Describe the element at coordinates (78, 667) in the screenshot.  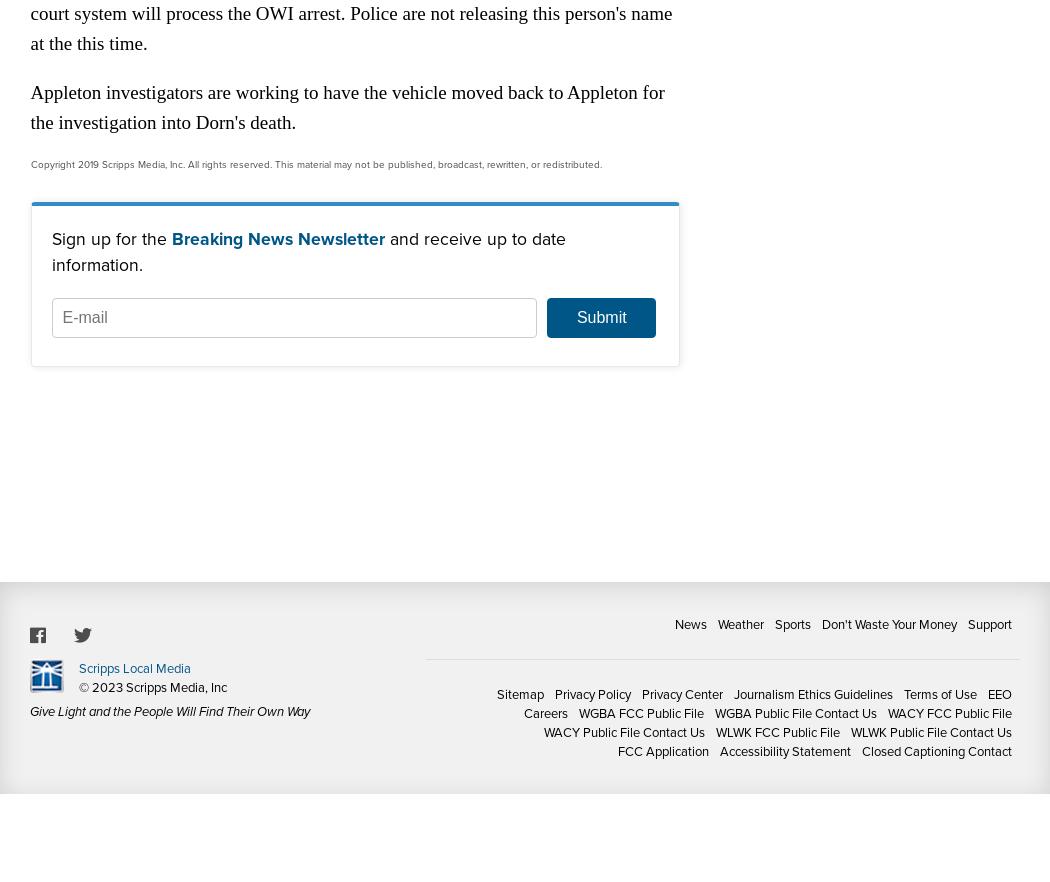
I see `'Scripps Local Media'` at that location.